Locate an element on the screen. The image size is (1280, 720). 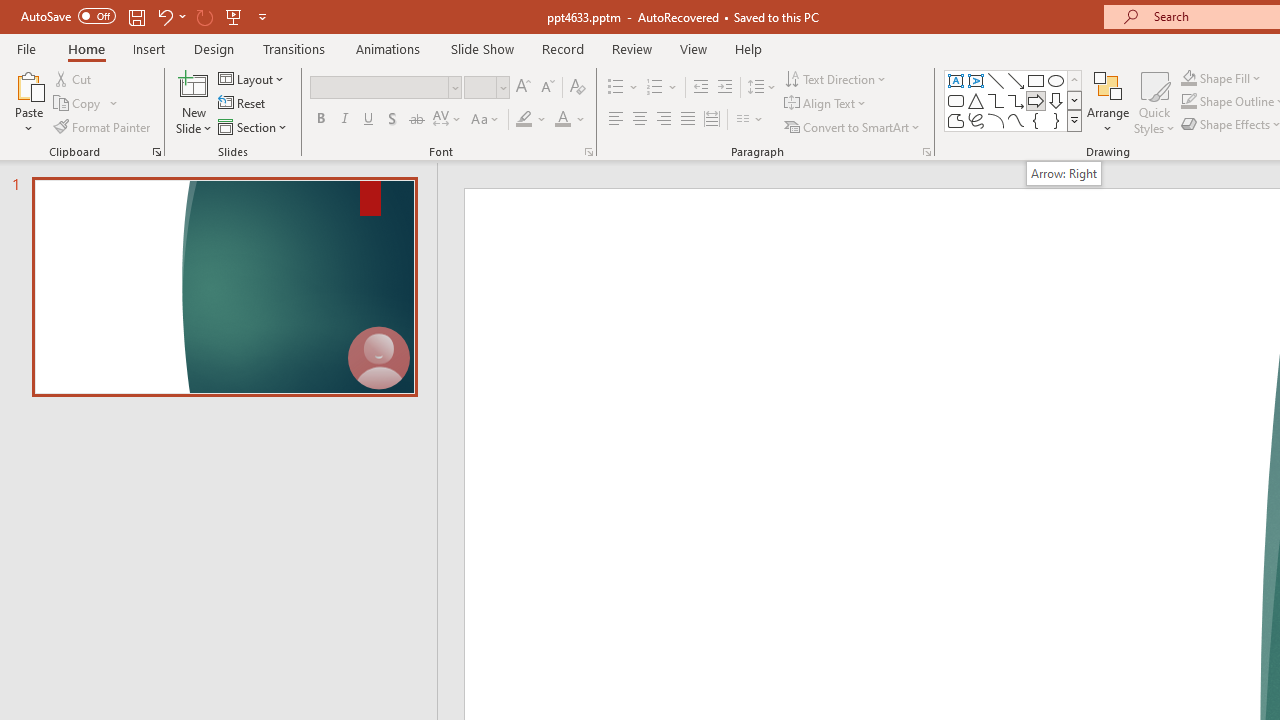
'Curve' is located at coordinates (1016, 120).